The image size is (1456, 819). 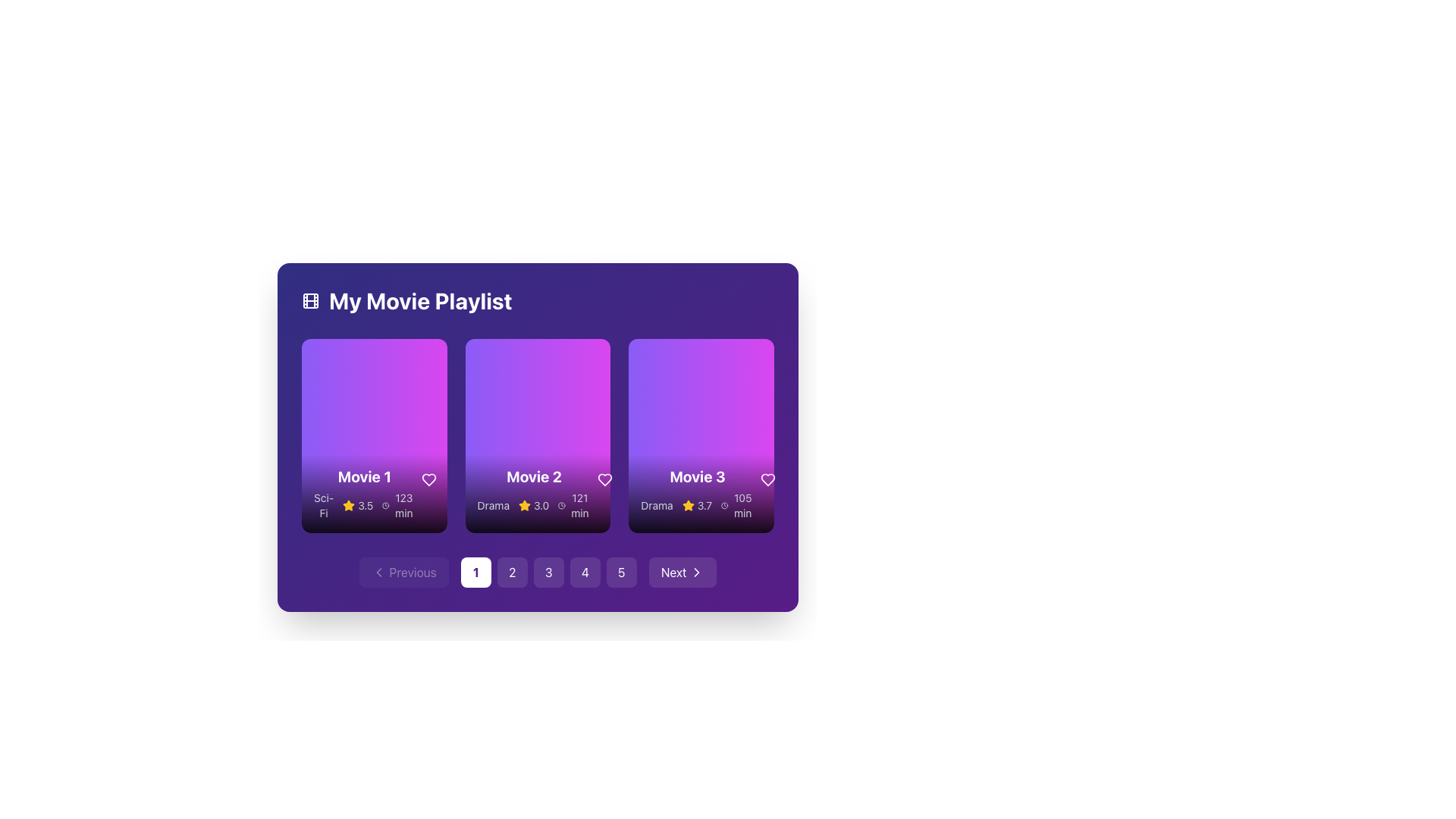 What do you see at coordinates (538, 573) in the screenshot?
I see `the pagination button labeled '3' located at the bottom of the card grid layout` at bounding box center [538, 573].